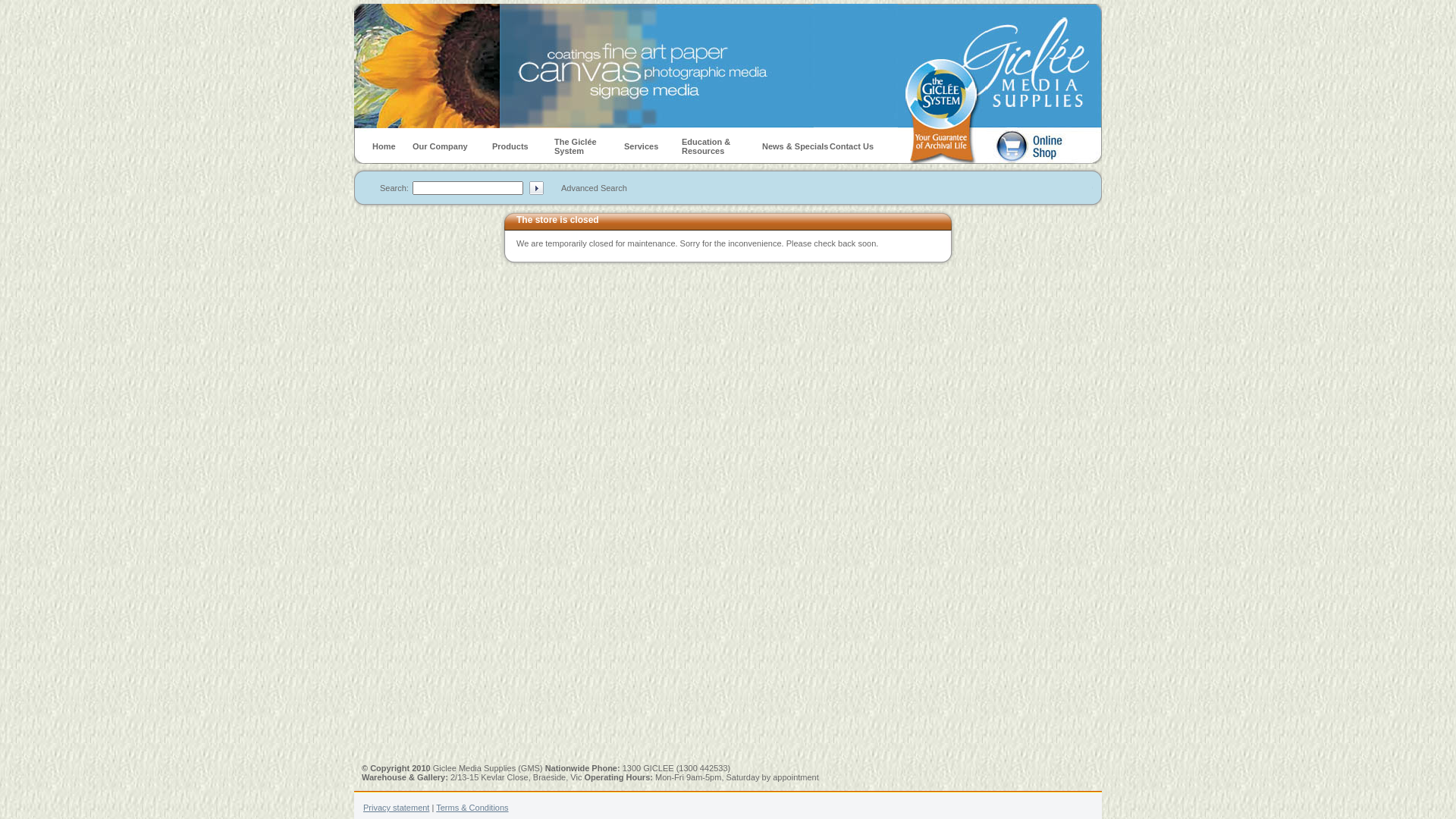  What do you see at coordinates (680, 146) in the screenshot?
I see `'Education & Resources'` at bounding box center [680, 146].